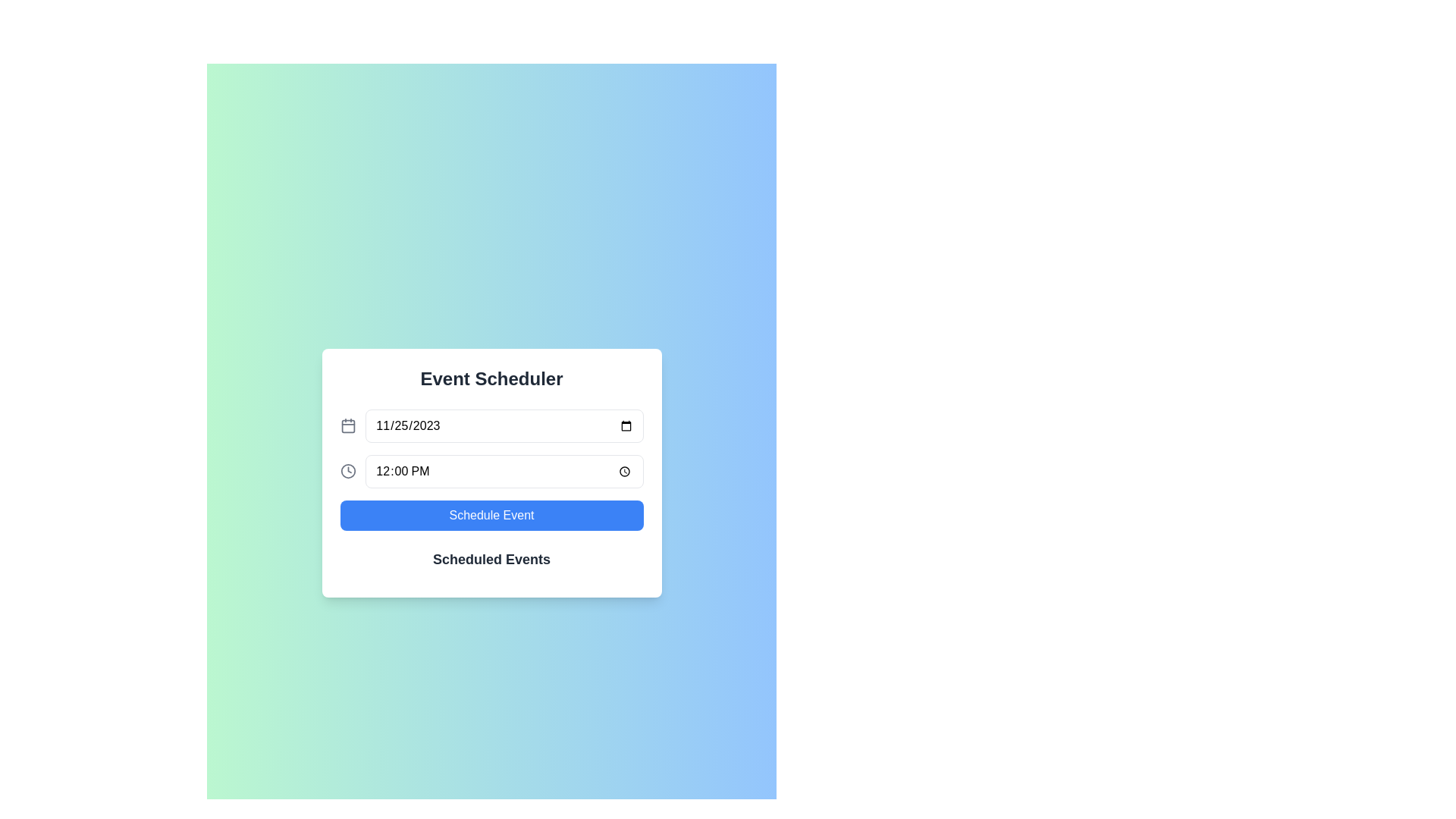  I want to click on the circular outline of the analog clock icon, which is the outermost portion of the clock element located next to the time input field in the event scheduler interface, so click(347, 470).